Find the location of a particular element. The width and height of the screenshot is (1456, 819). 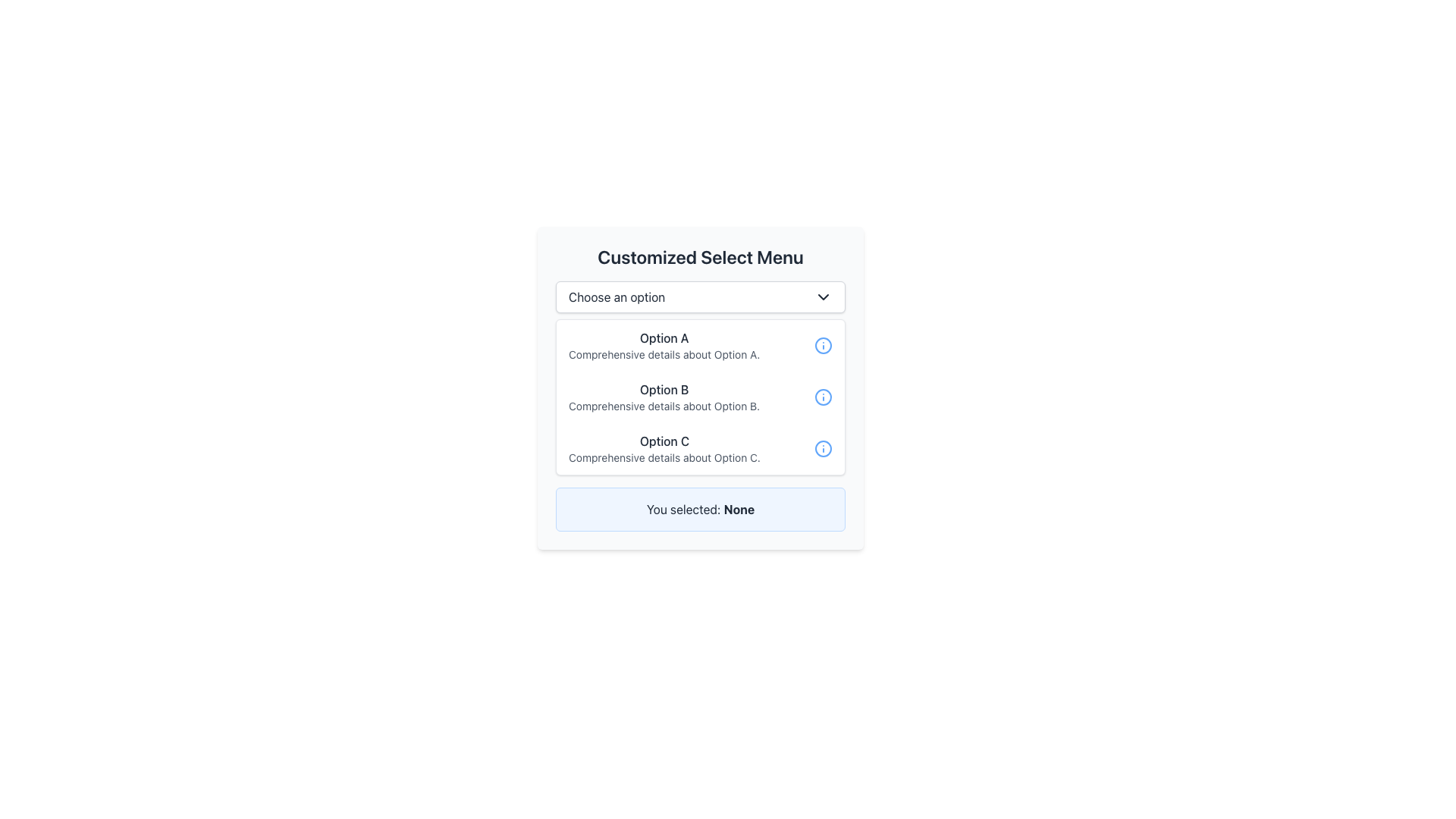

the first option in the dropdown list titled 'Choose an option' is located at coordinates (664, 345).